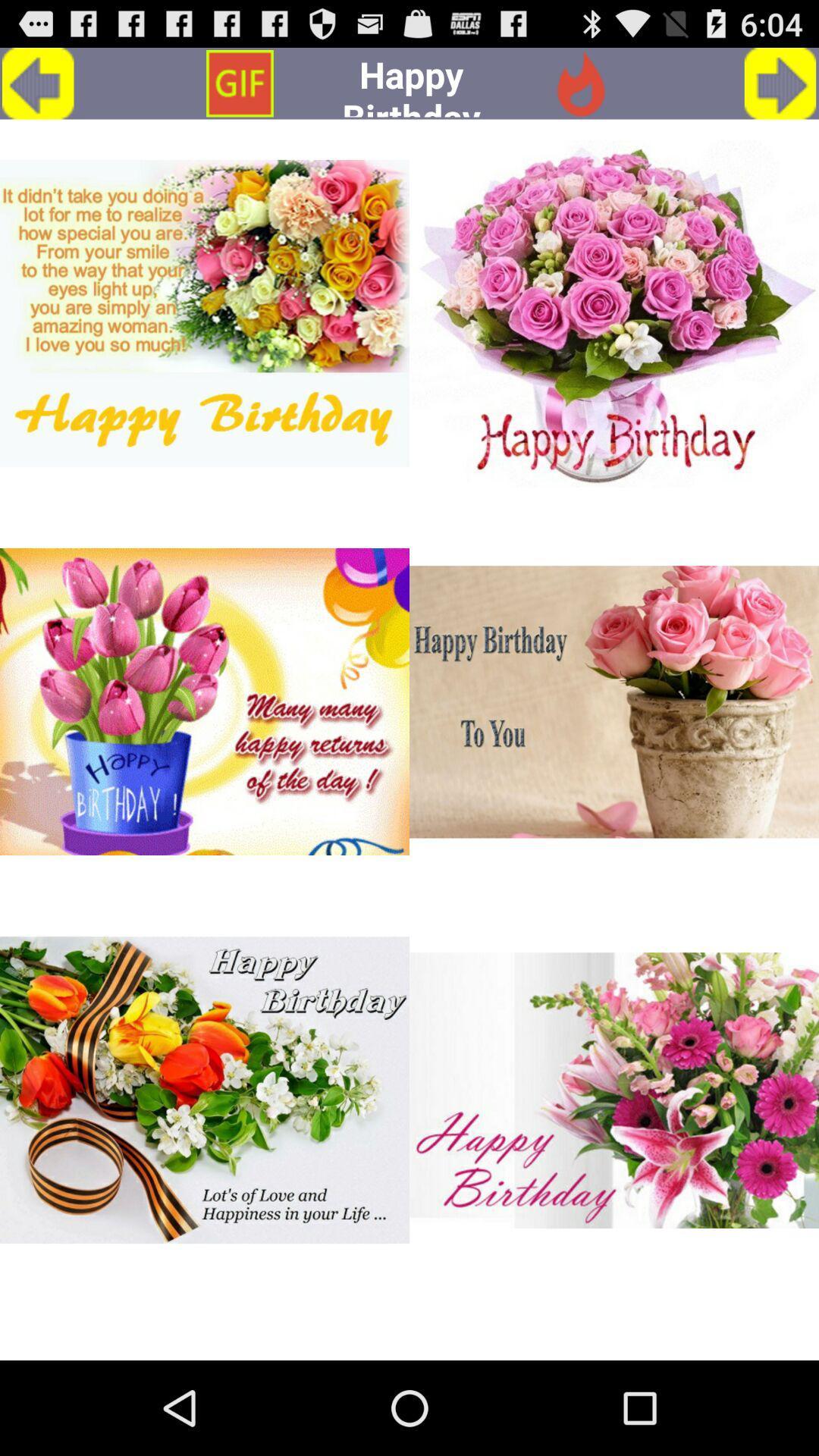 This screenshot has width=819, height=1456. What do you see at coordinates (614, 1090) in the screenshot?
I see `the bottom right image` at bounding box center [614, 1090].